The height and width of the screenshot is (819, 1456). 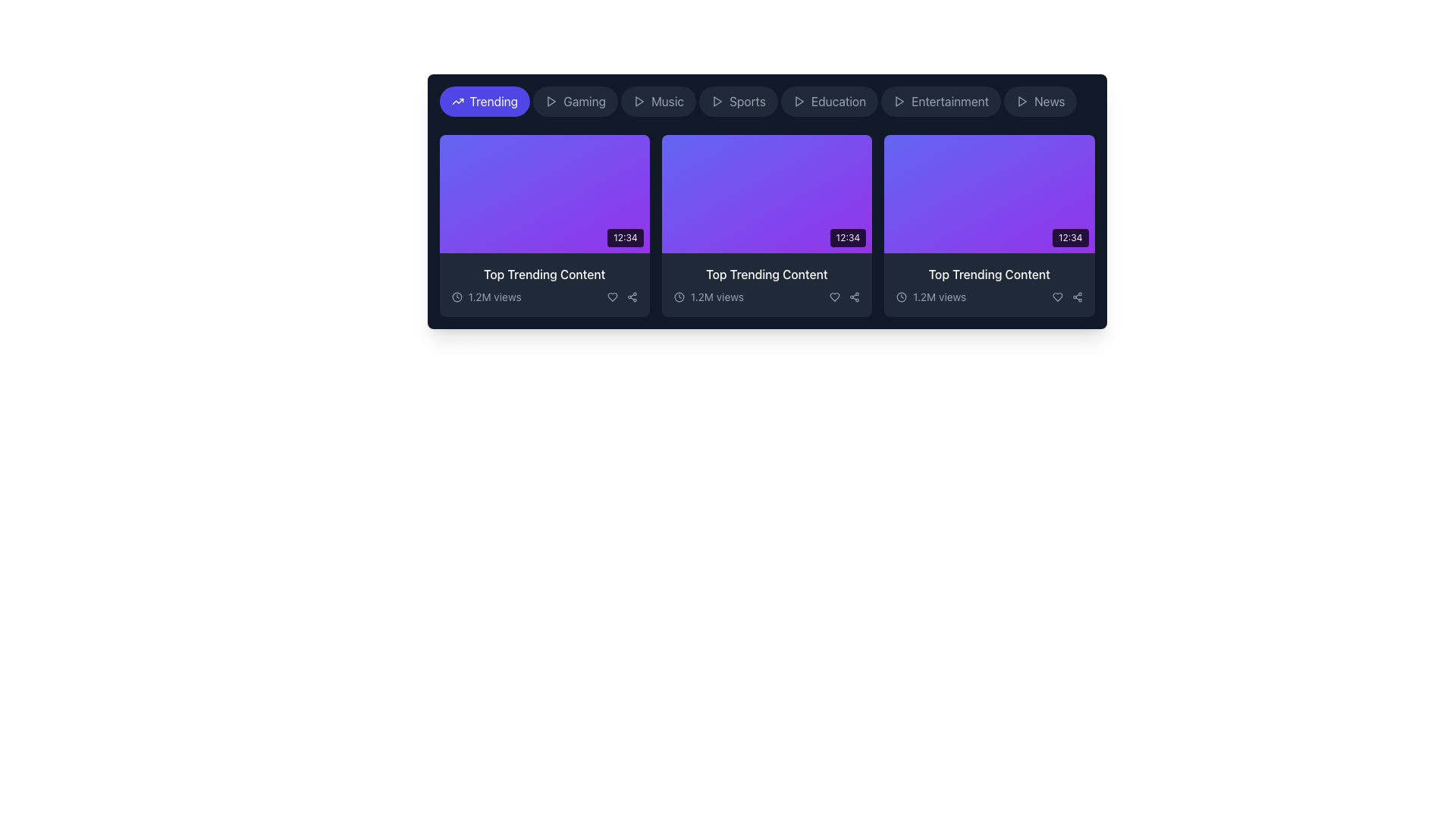 I want to click on the Play Icon (Triangular Button) located on the horizontal bar for the 'Sports' category, so click(x=717, y=102).